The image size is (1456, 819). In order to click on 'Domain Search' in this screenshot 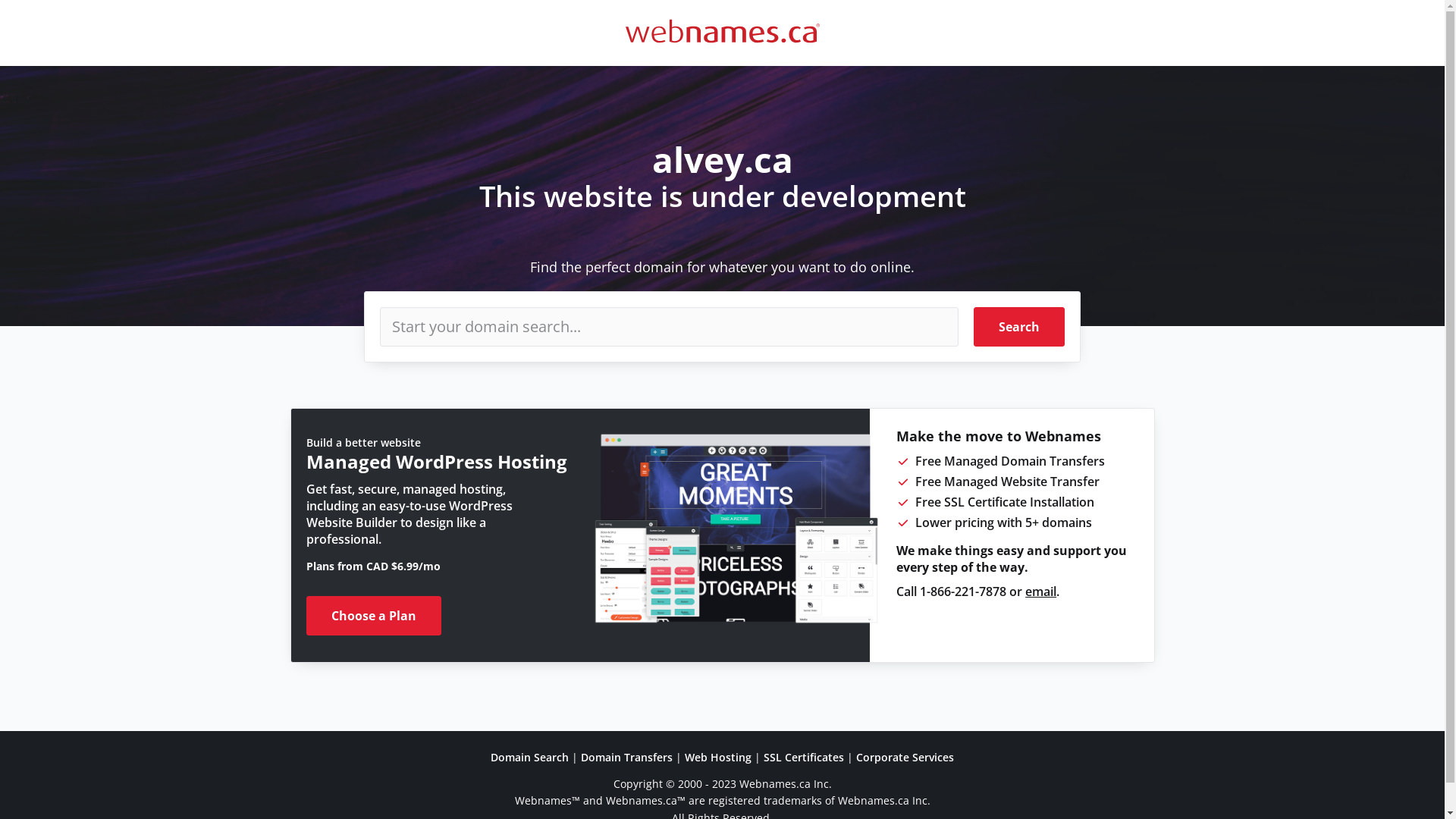, I will do `click(529, 757)`.